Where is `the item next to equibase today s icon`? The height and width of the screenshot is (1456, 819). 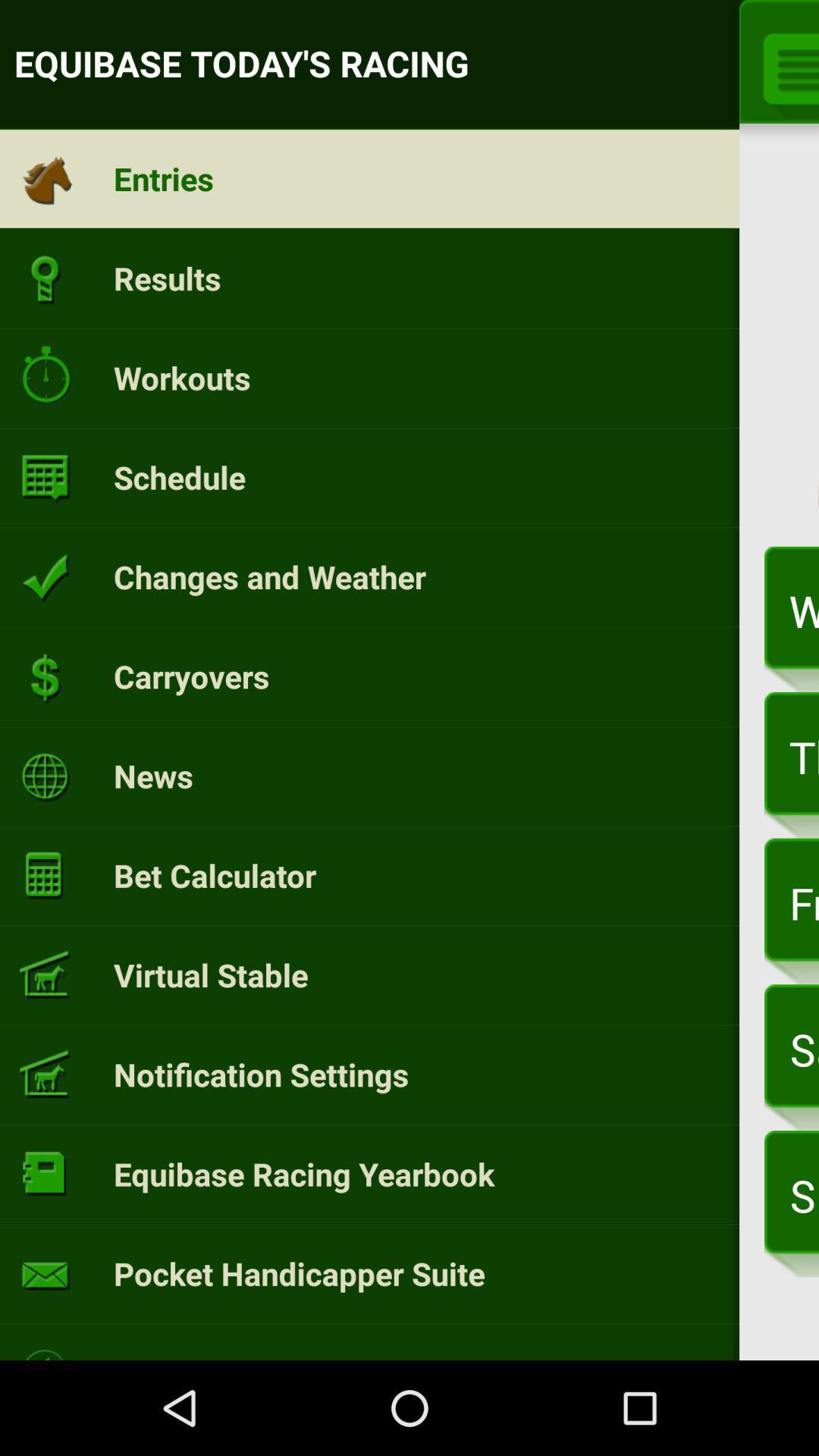
the item next to equibase today s icon is located at coordinates (785, 65).